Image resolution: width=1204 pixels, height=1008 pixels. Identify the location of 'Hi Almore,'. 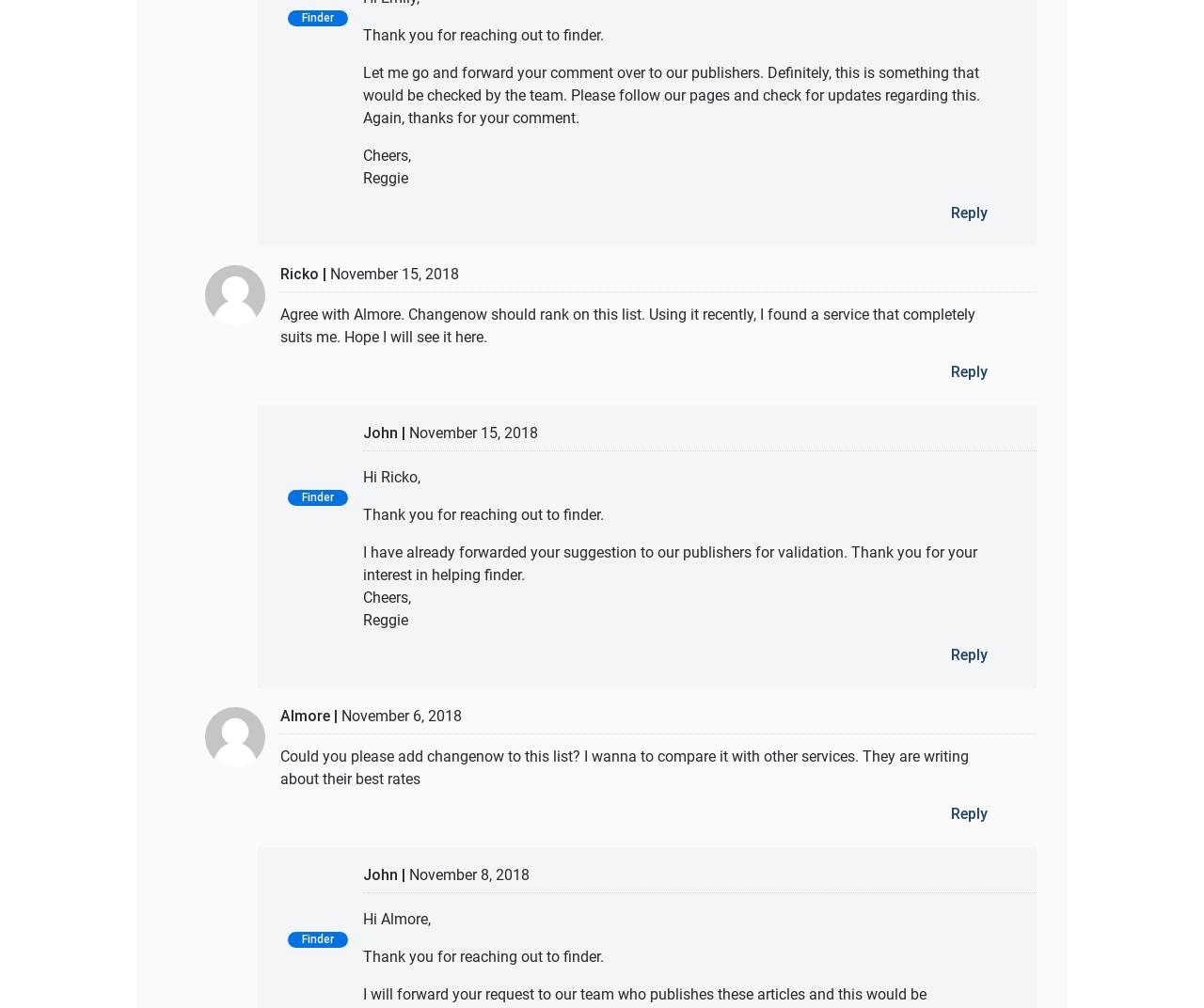
(363, 917).